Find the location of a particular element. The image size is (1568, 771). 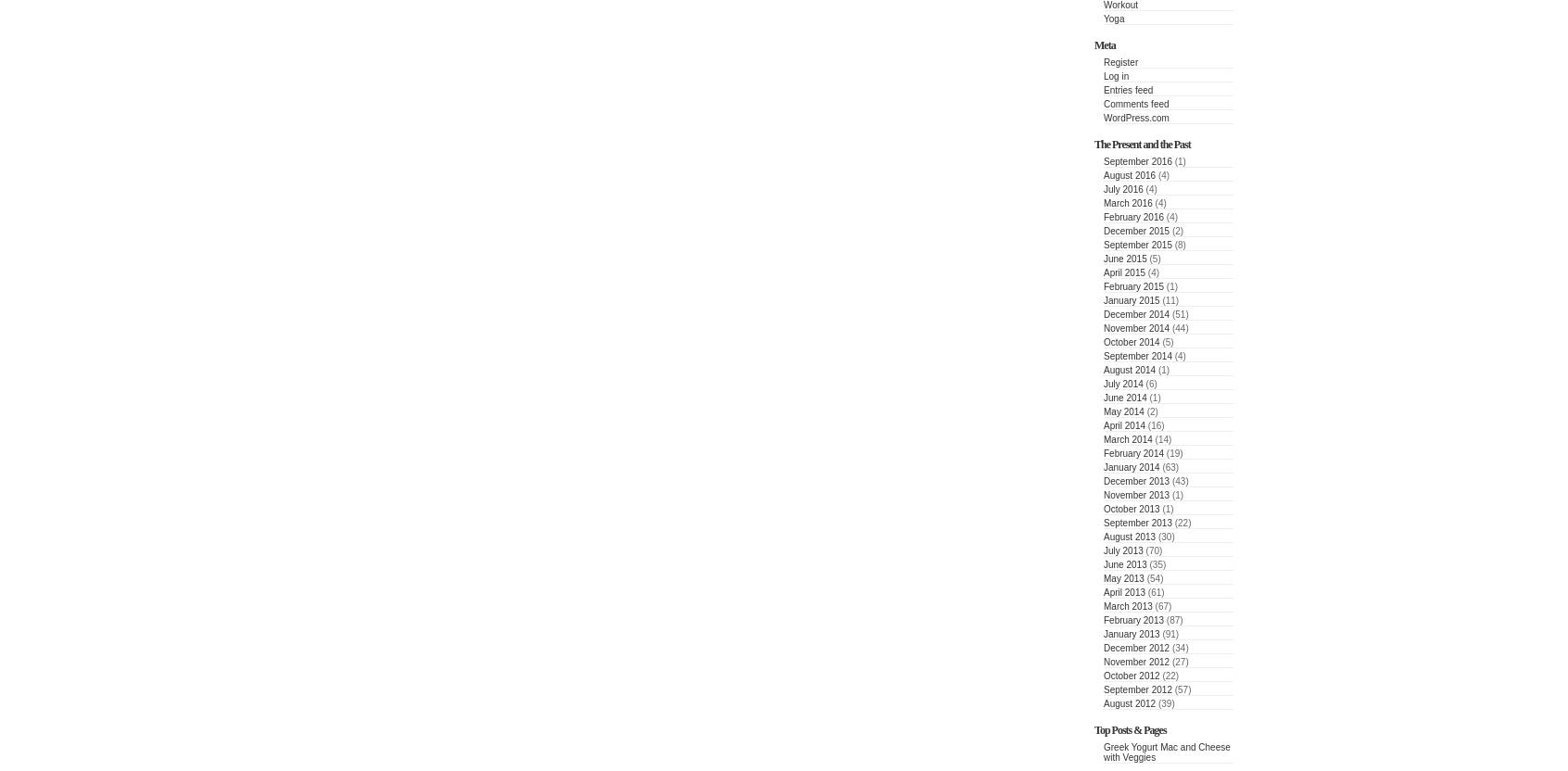

'December 2012' is located at coordinates (1136, 647).